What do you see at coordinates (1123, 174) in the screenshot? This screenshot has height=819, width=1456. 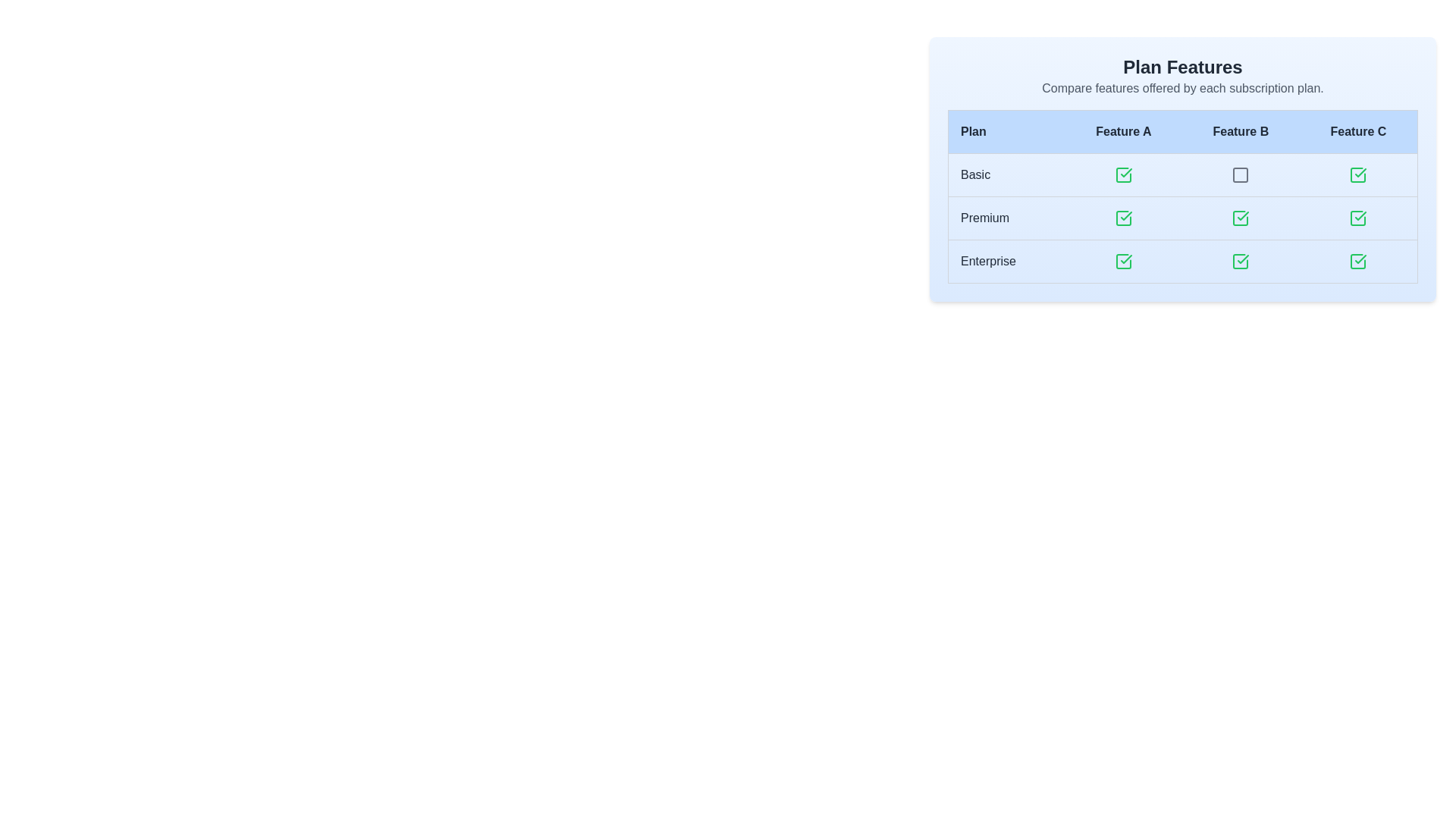 I see `green check mark icon in the 'Feature A' column of the table, which indicates the availability of this feature for the 'Basic' plan` at bounding box center [1123, 174].